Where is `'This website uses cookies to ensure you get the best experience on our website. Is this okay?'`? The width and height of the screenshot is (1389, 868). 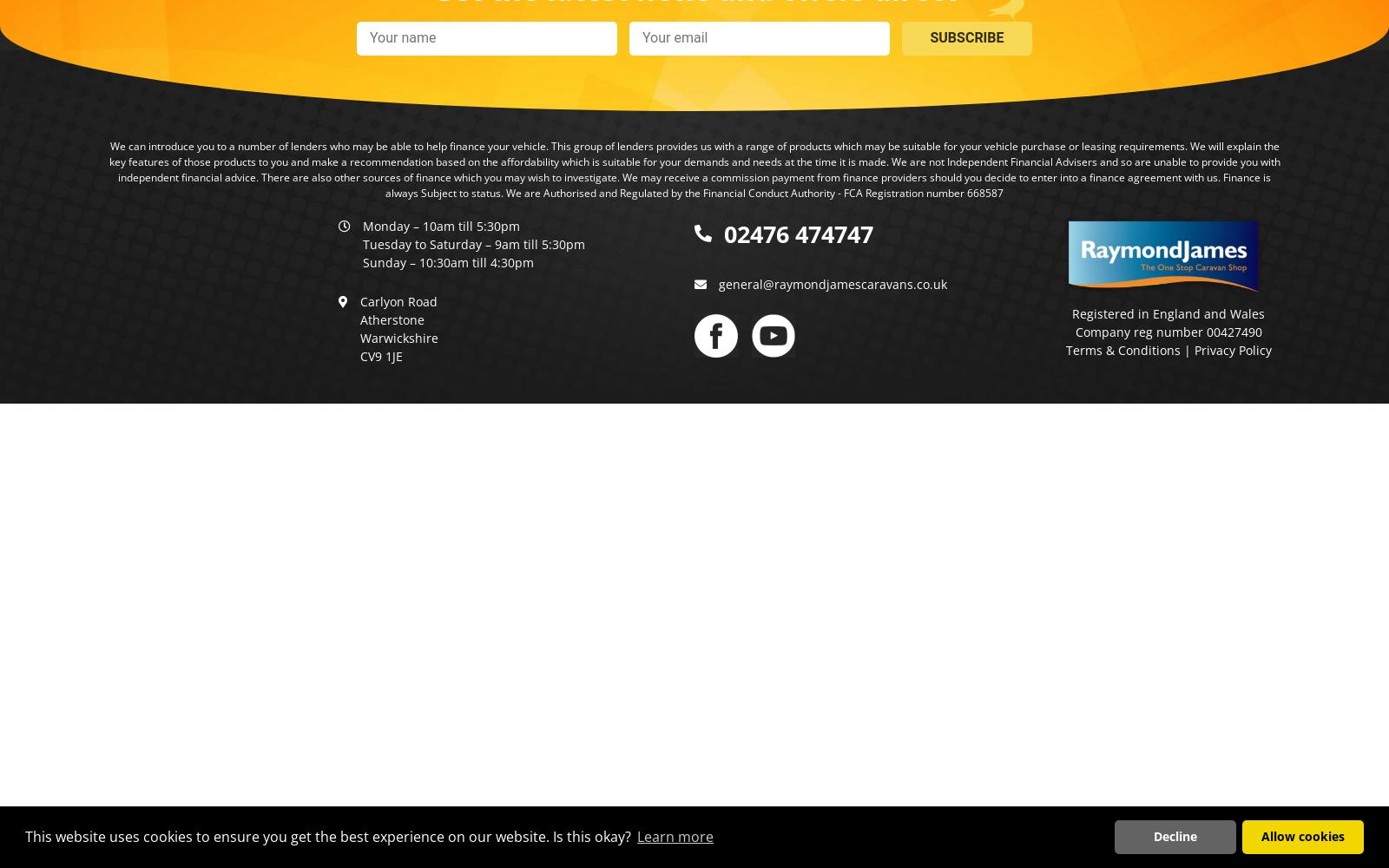
'This website uses cookies to ensure you get the best experience on our website. Is this okay?' is located at coordinates (329, 836).